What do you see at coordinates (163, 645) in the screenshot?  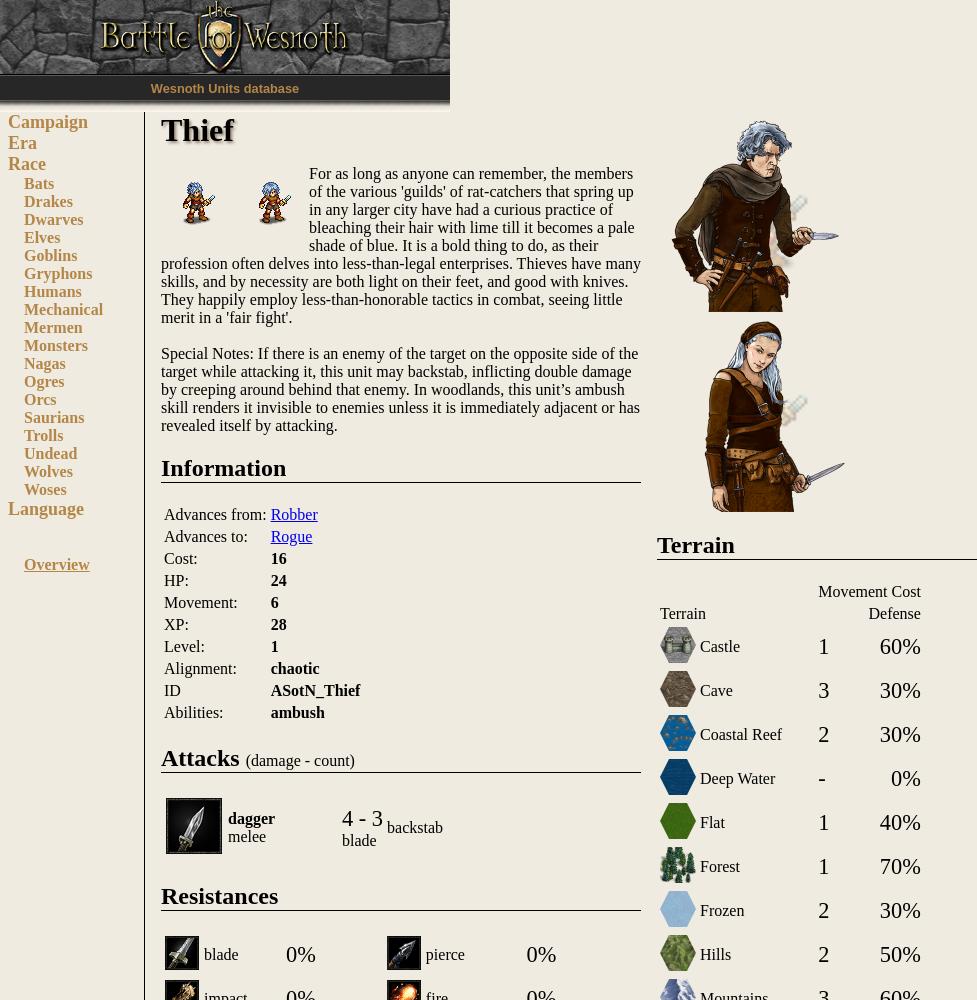 I see `'Level:'` at bounding box center [163, 645].